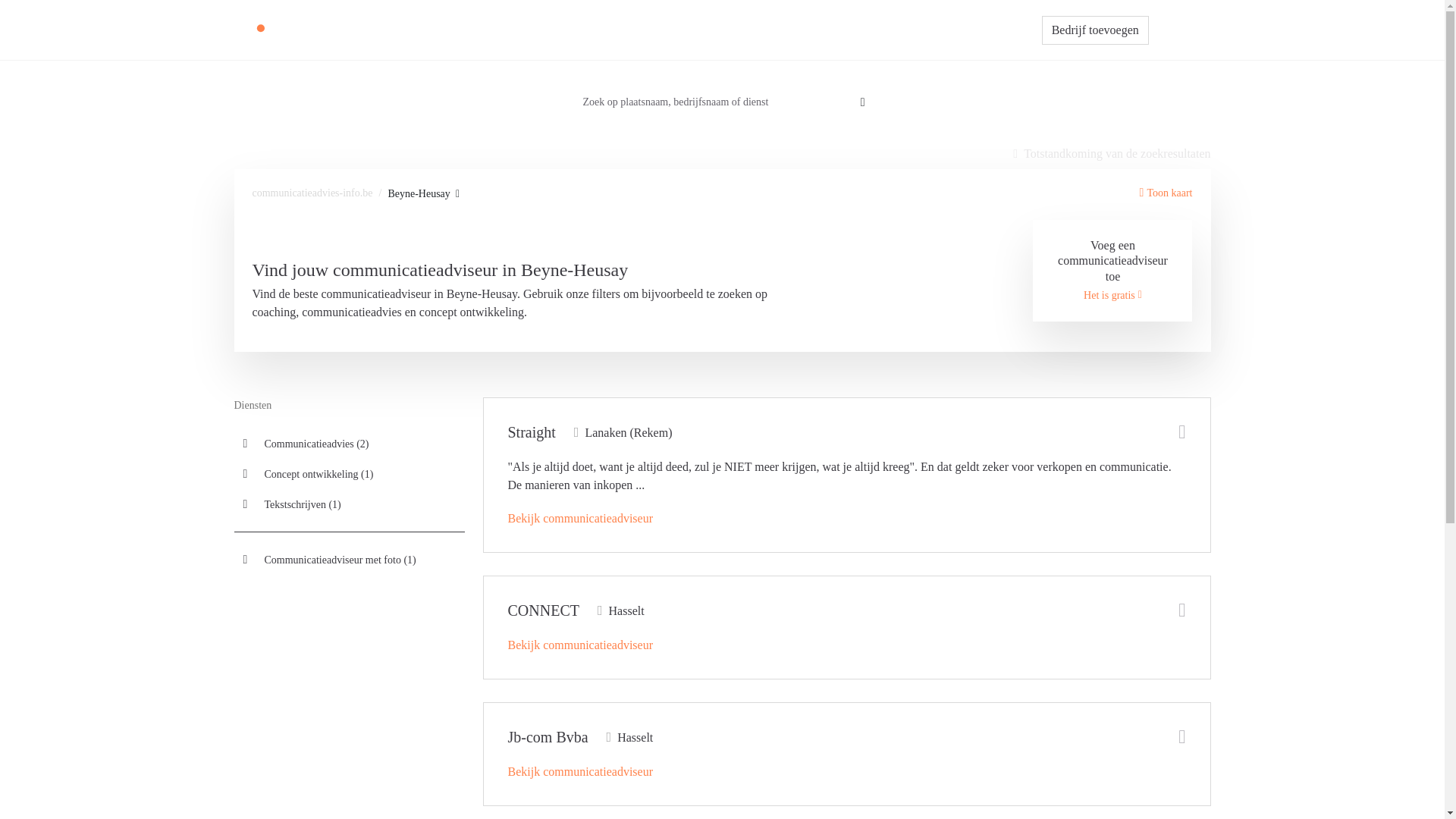 The image size is (1456, 819). Describe the element at coordinates (804, 30) in the screenshot. I see `'Vraagbaak'` at that location.